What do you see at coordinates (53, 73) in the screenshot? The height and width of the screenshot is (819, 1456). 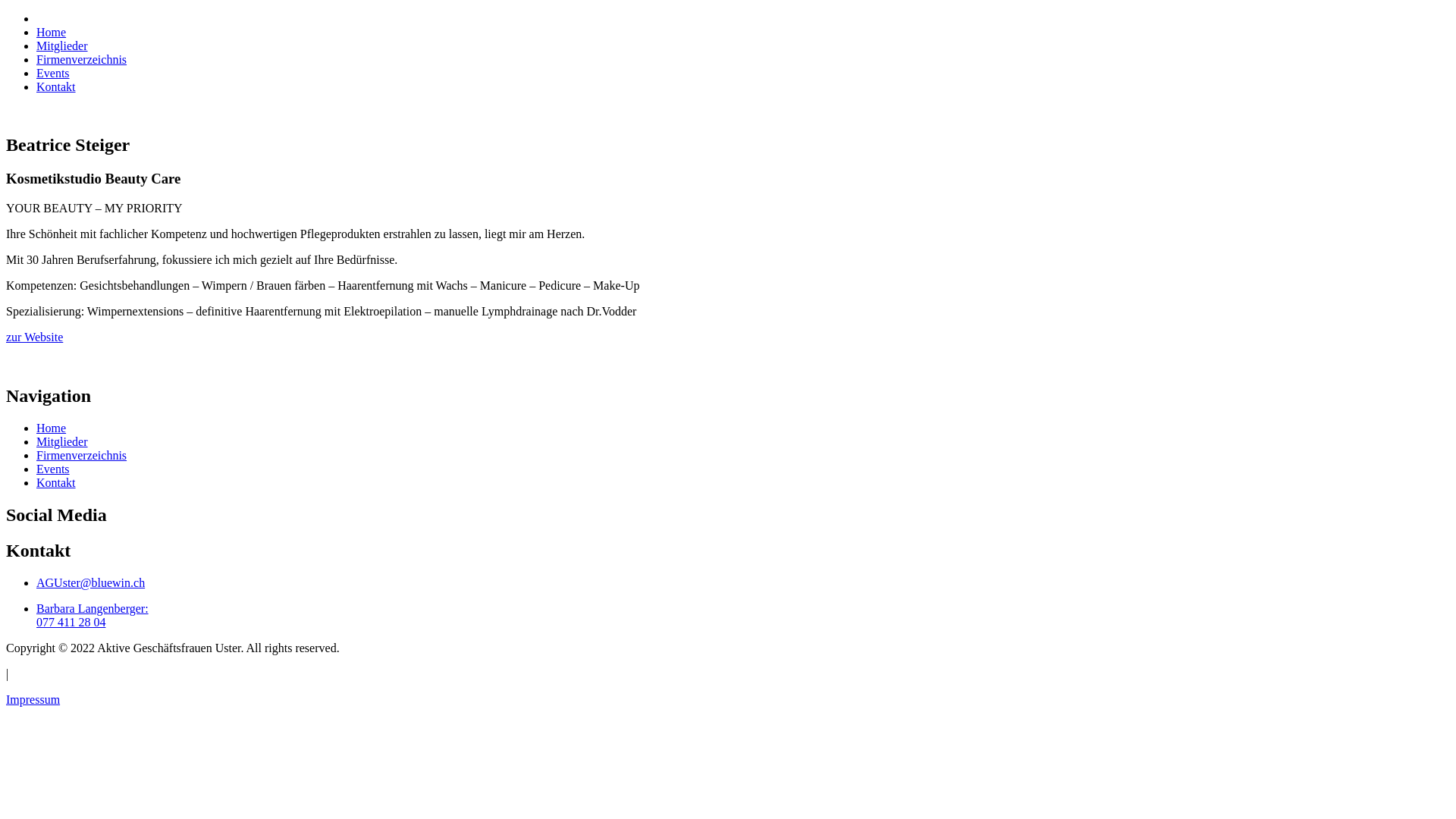 I see `'Events'` at bounding box center [53, 73].